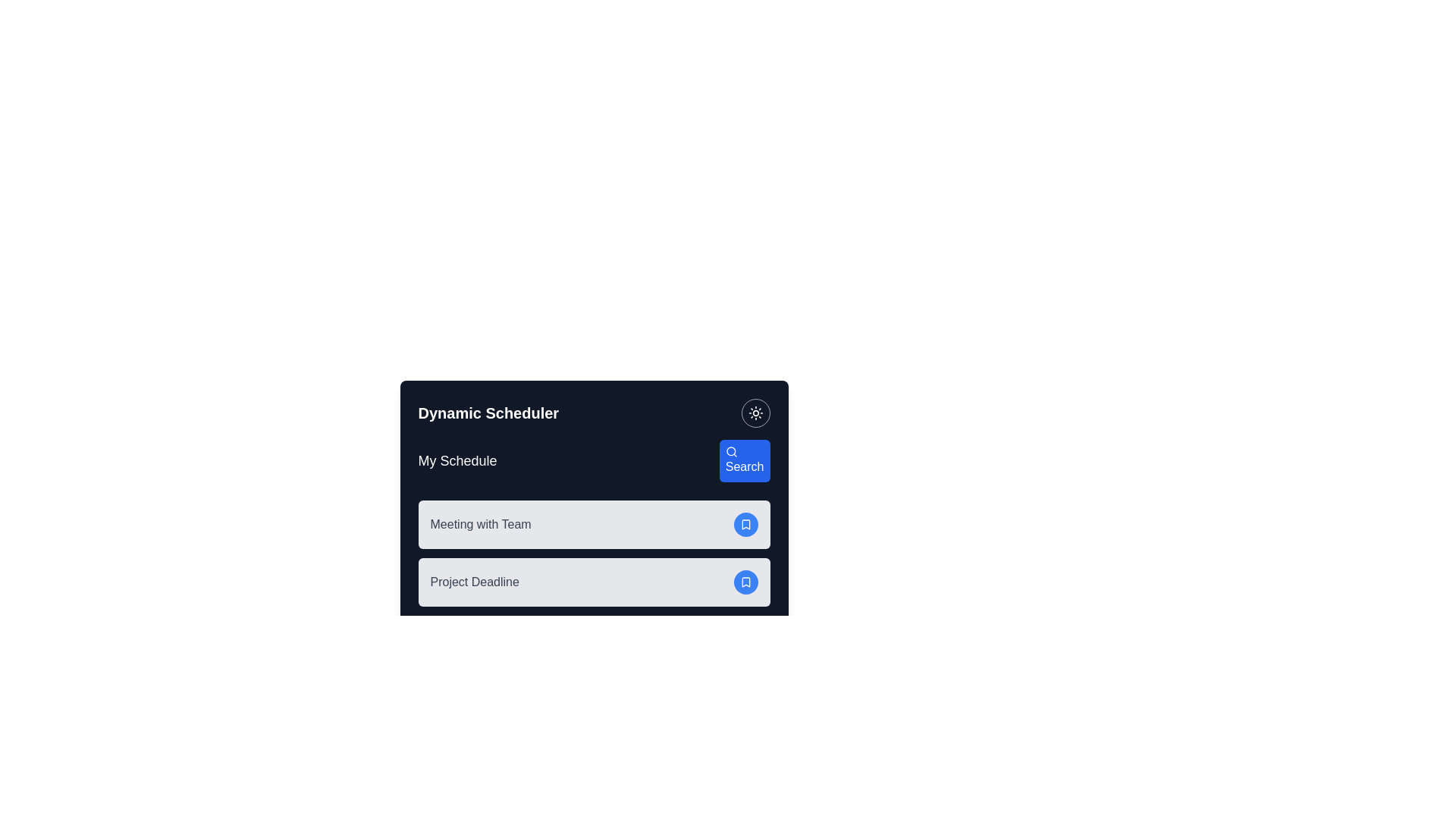 This screenshot has width=1456, height=819. I want to click on the circular component within the graphical search icon located in the top-right corner of the 'Dynamic Scheduler' card UI, so click(731, 450).